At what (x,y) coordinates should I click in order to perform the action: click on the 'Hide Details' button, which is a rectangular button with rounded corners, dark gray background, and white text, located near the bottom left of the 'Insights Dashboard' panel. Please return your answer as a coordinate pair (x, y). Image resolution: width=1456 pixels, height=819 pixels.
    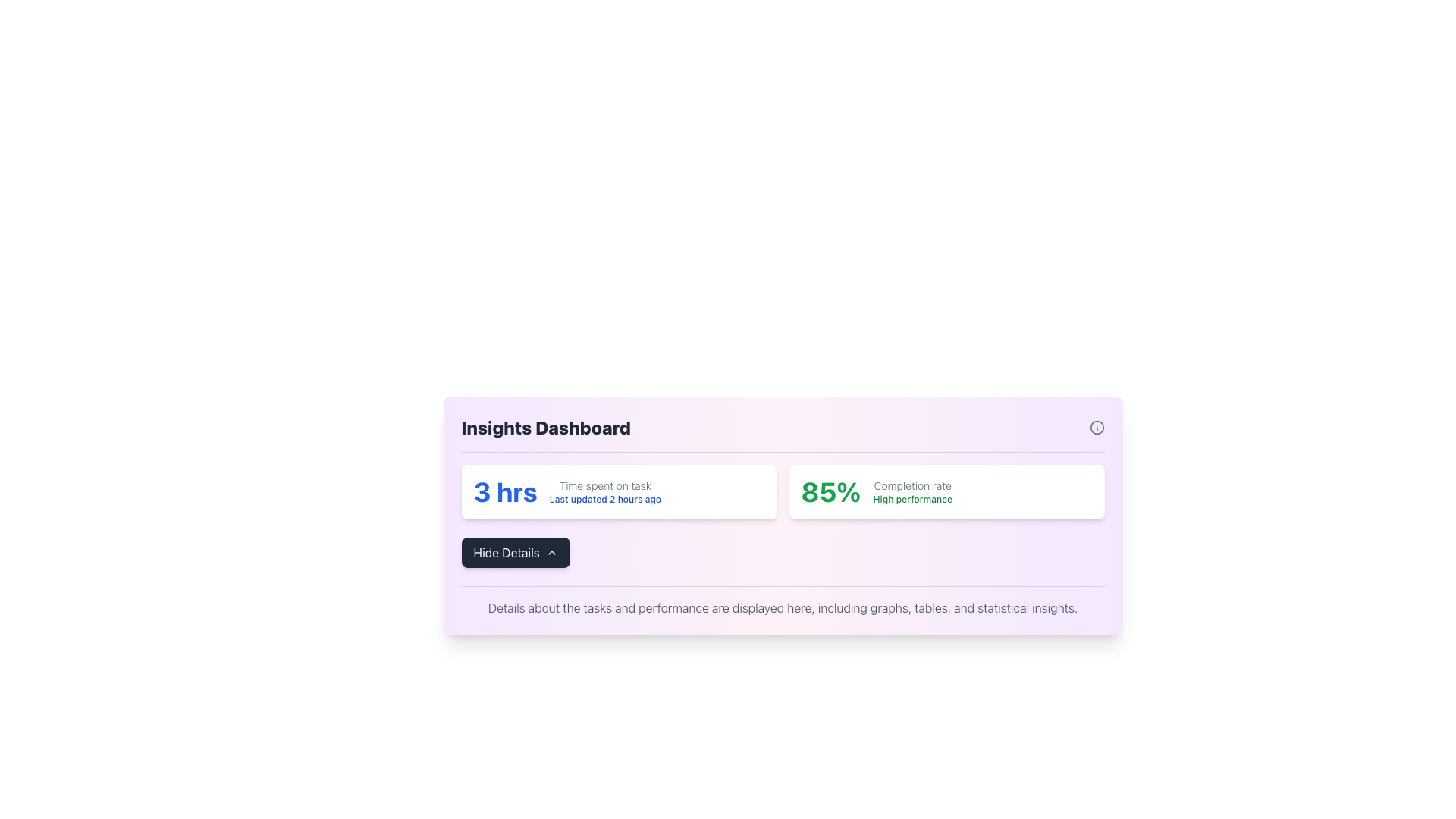
    Looking at the image, I should click on (516, 553).